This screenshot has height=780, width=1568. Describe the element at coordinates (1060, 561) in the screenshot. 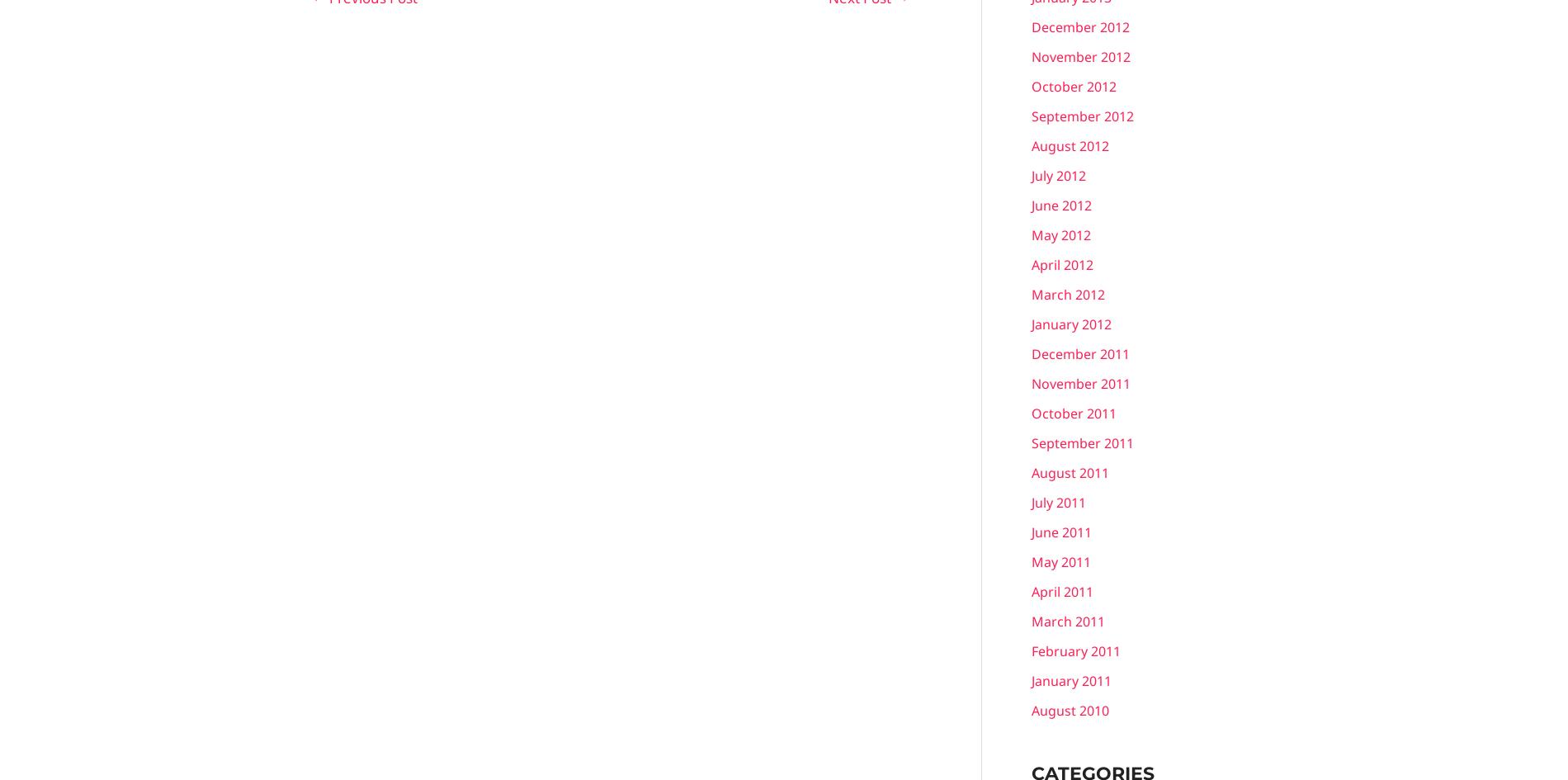

I see `'May 2011'` at that location.